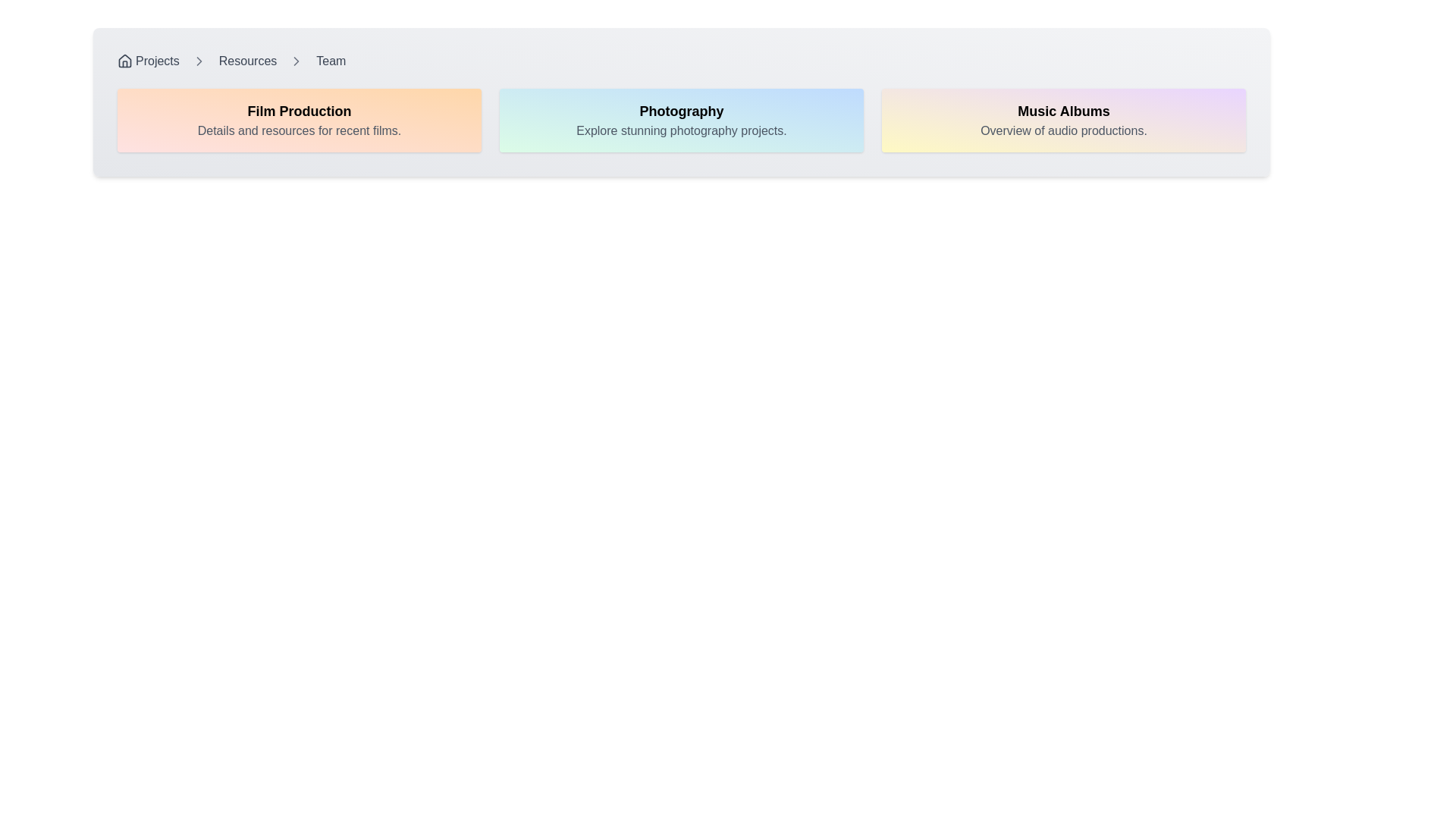 The image size is (1456, 819). What do you see at coordinates (680, 119) in the screenshot?
I see `the second card in the grid layout titled 'Photography', which is centrally located between the 'Film Production' and 'Music Albums' cards` at bounding box center [680, 119].